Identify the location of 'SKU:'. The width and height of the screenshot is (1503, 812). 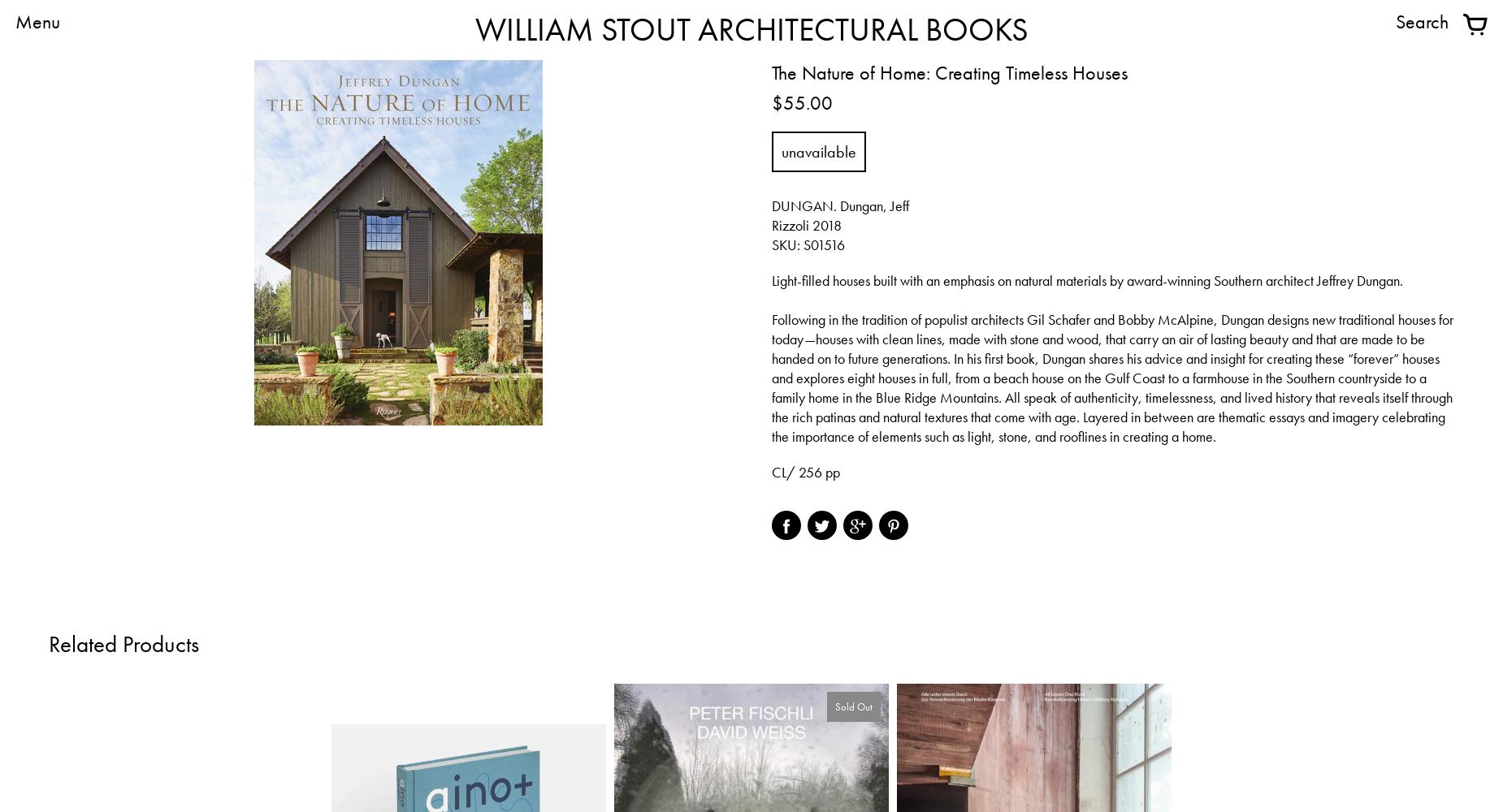
(786, 244).